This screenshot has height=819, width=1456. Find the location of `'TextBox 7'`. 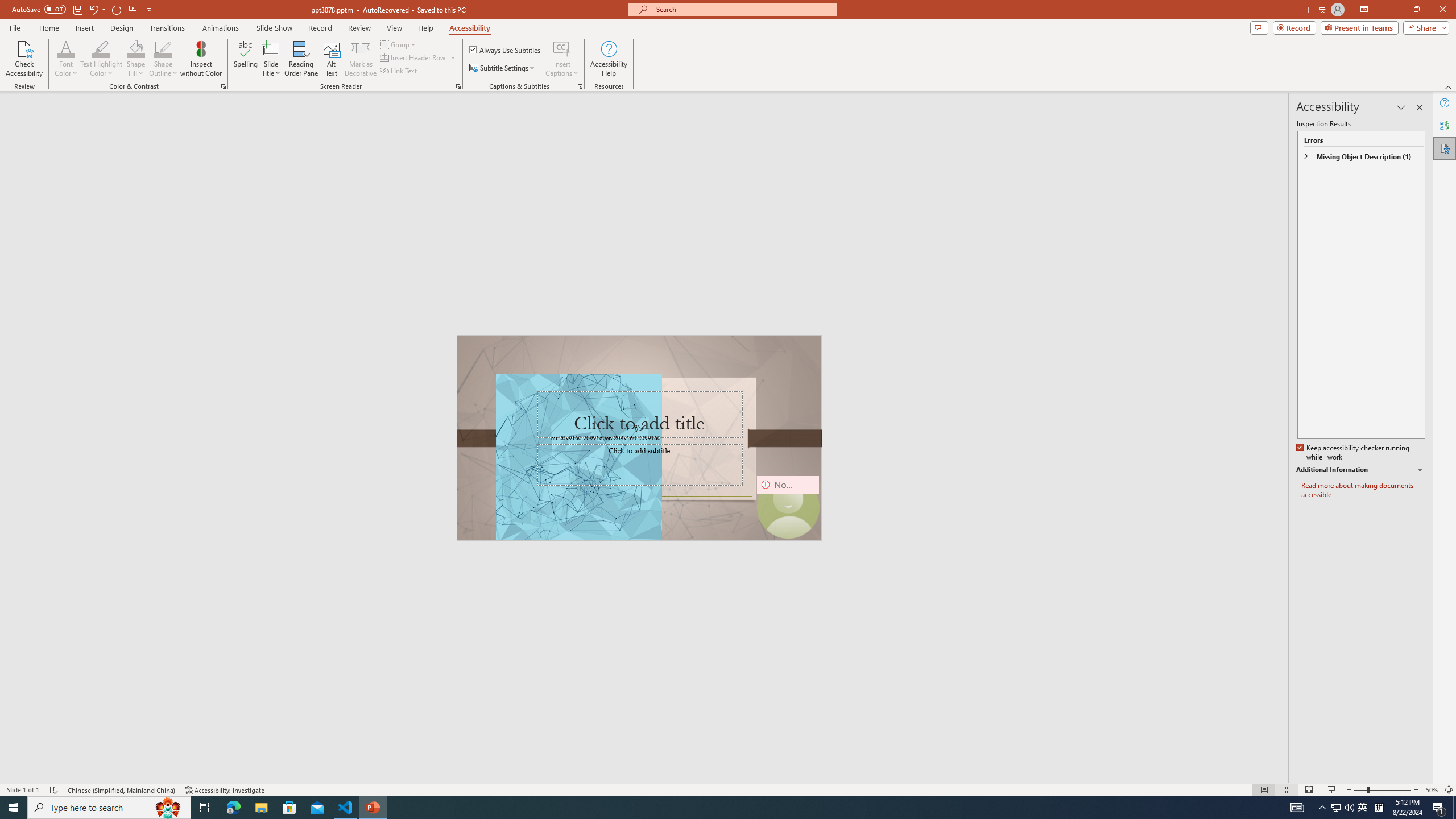

'TextBox 7' is located at coordinates (635, 429).